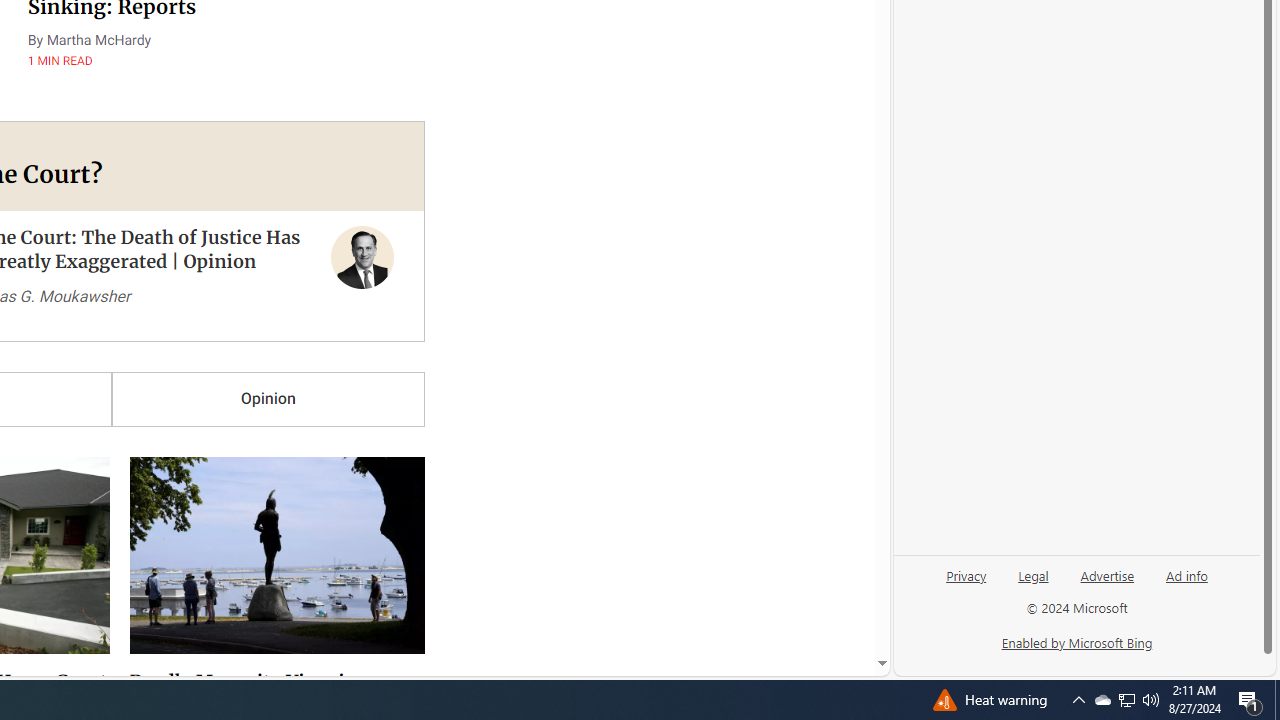 The height and width of the screenshot is (720, 1280). I want to click on 'Opinion', so click(267, 399).